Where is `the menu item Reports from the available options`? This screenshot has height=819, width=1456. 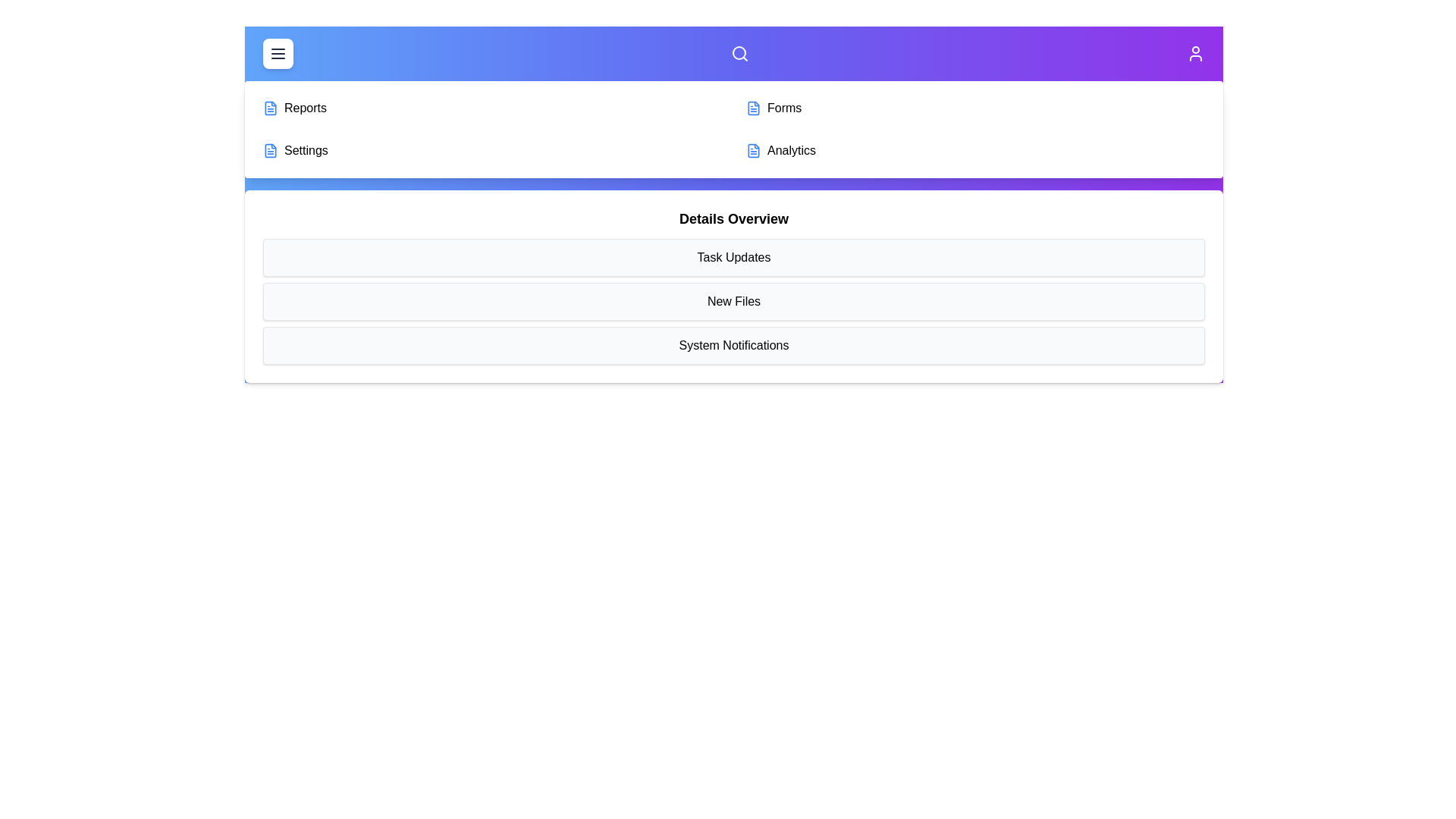 the menu item Reports from the available options is located at coordinates (492, 107).